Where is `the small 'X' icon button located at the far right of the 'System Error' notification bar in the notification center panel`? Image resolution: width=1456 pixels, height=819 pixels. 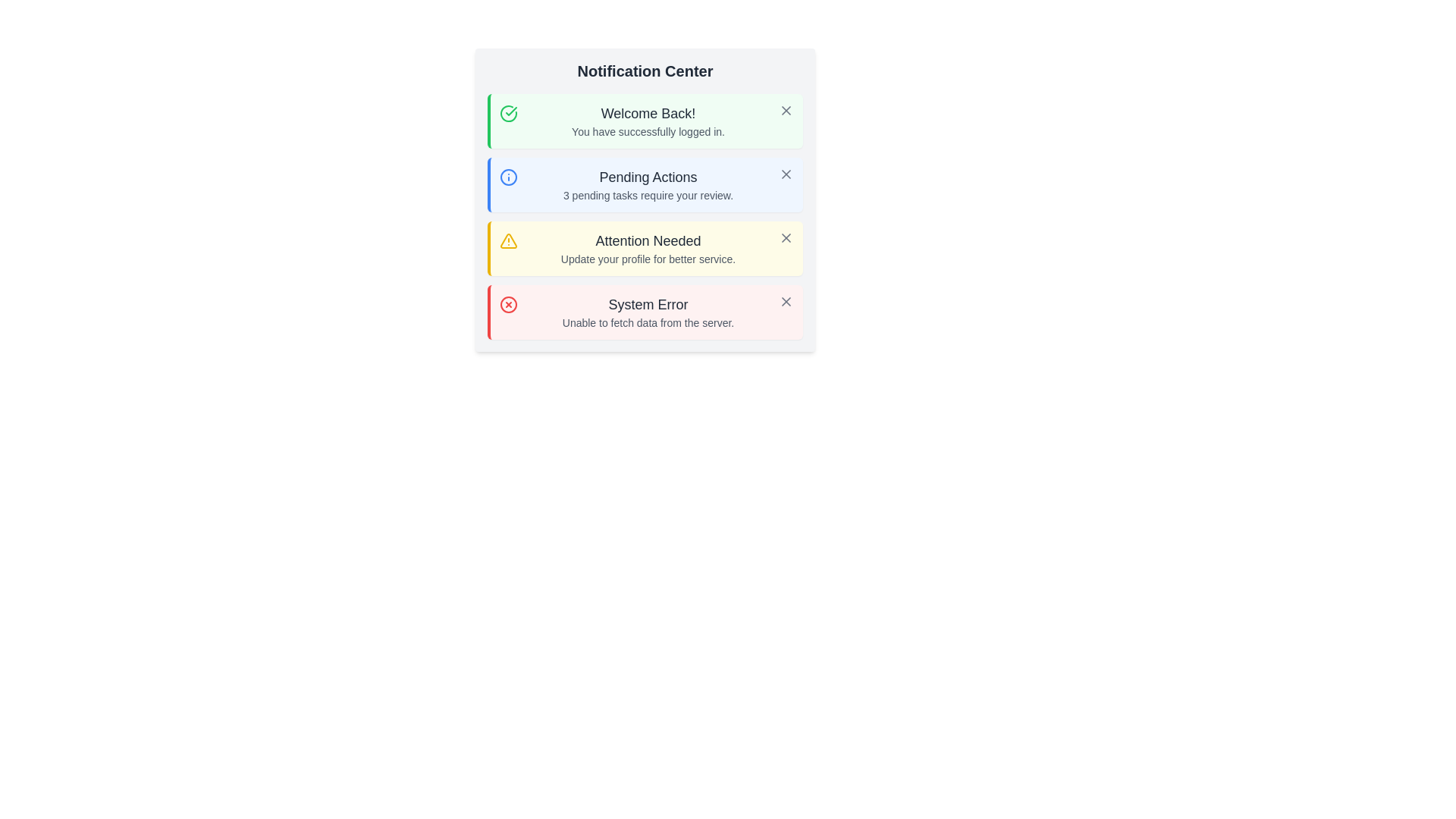
the small 'X' icon button located at the far right of the 'System Error' notification bar in the notification center panel is located at coordinates (786, 301).